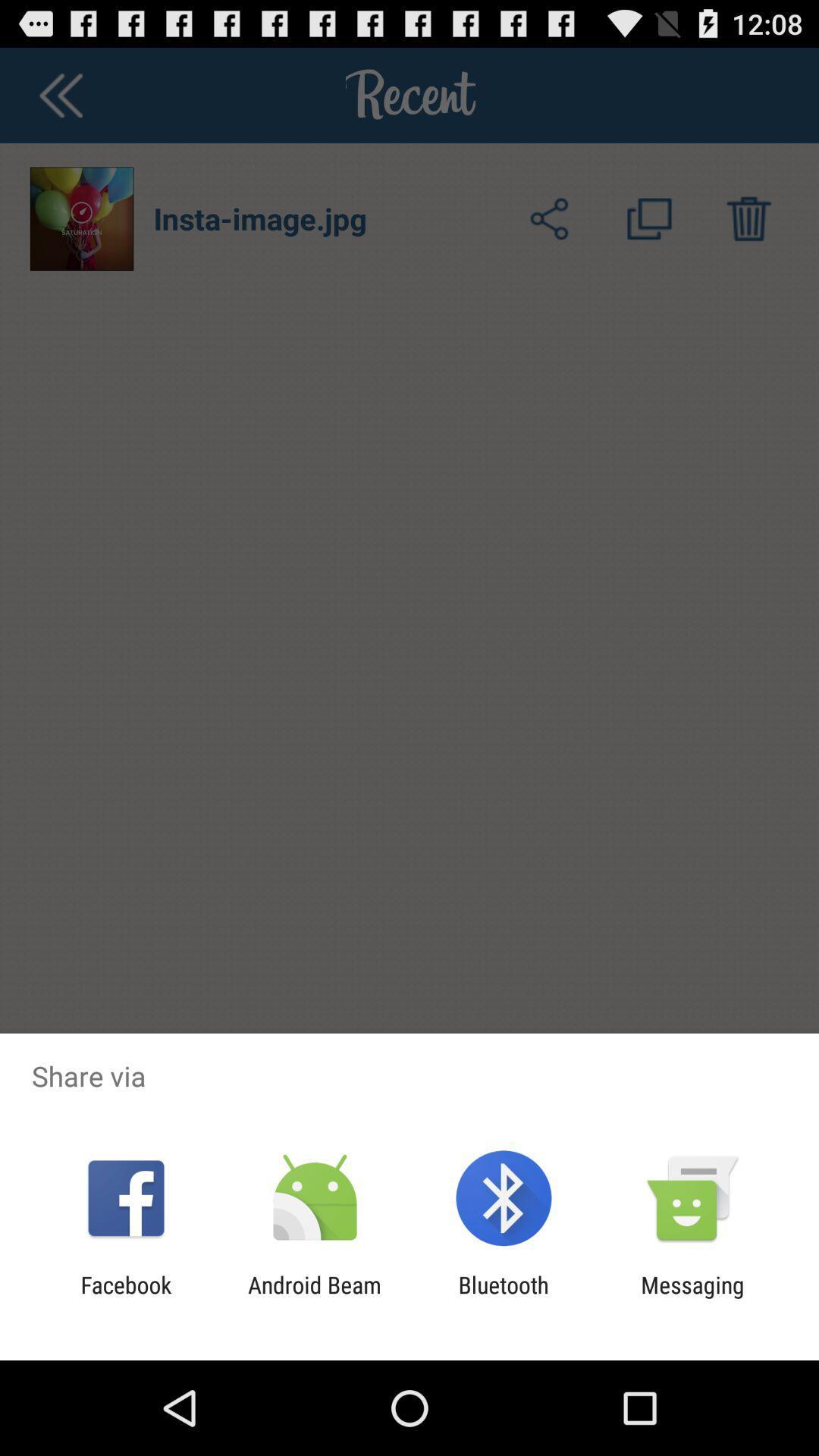 Image resolution: width=819 pixels, height=1456 pixels. I want to click on the facebook item, so click(125, 1298).